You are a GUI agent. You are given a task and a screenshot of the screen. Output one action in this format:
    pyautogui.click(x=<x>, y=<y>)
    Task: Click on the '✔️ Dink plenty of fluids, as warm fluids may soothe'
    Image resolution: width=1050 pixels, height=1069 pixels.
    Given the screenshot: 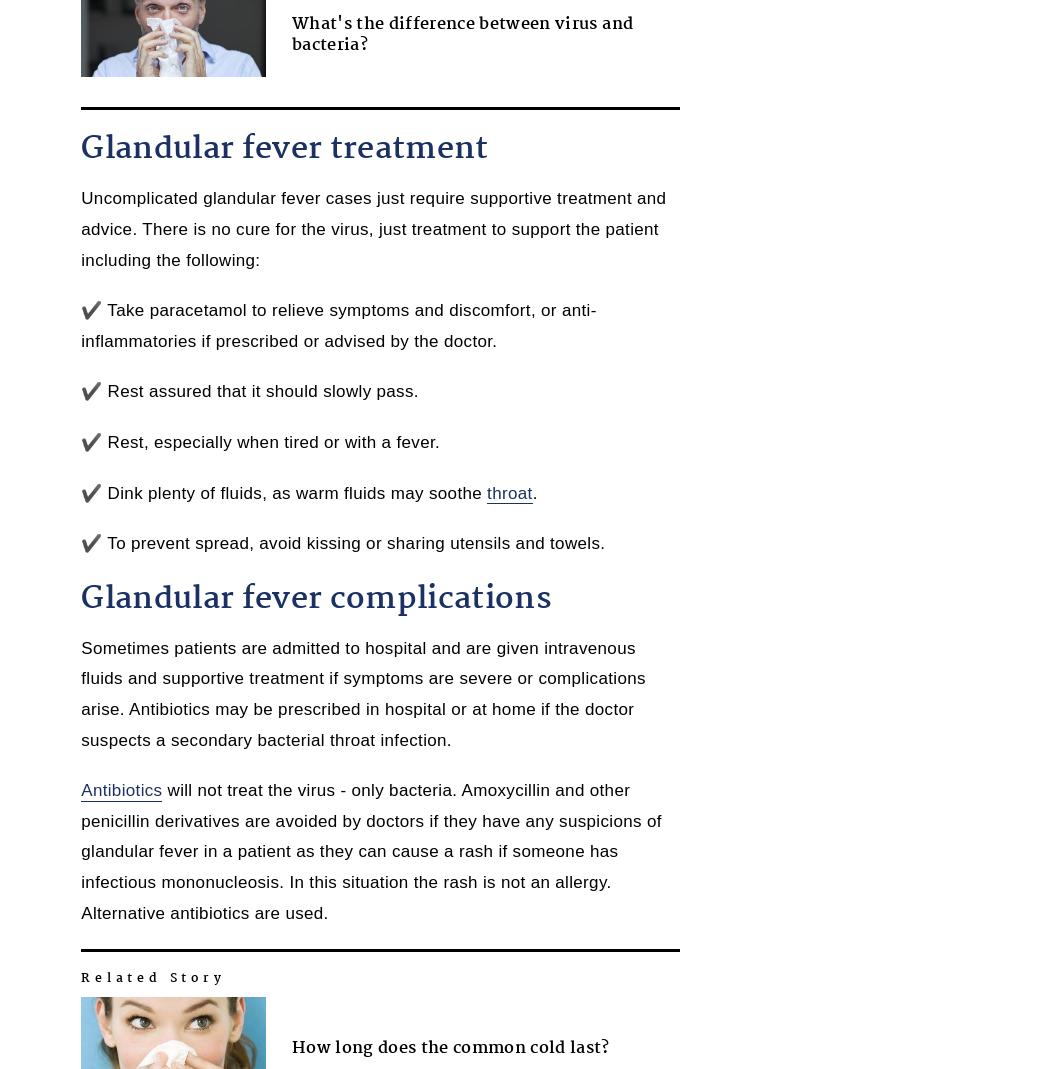 What is the action you would take?
    pyautogui.click(x=80, y=491)
    